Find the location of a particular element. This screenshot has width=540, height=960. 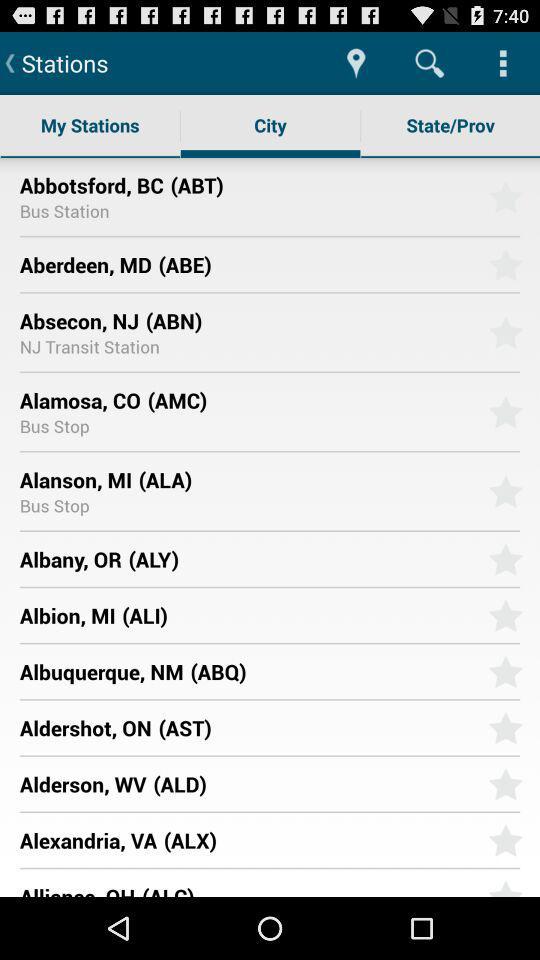

icon next to (abe) is located at coordinates (84, 263).